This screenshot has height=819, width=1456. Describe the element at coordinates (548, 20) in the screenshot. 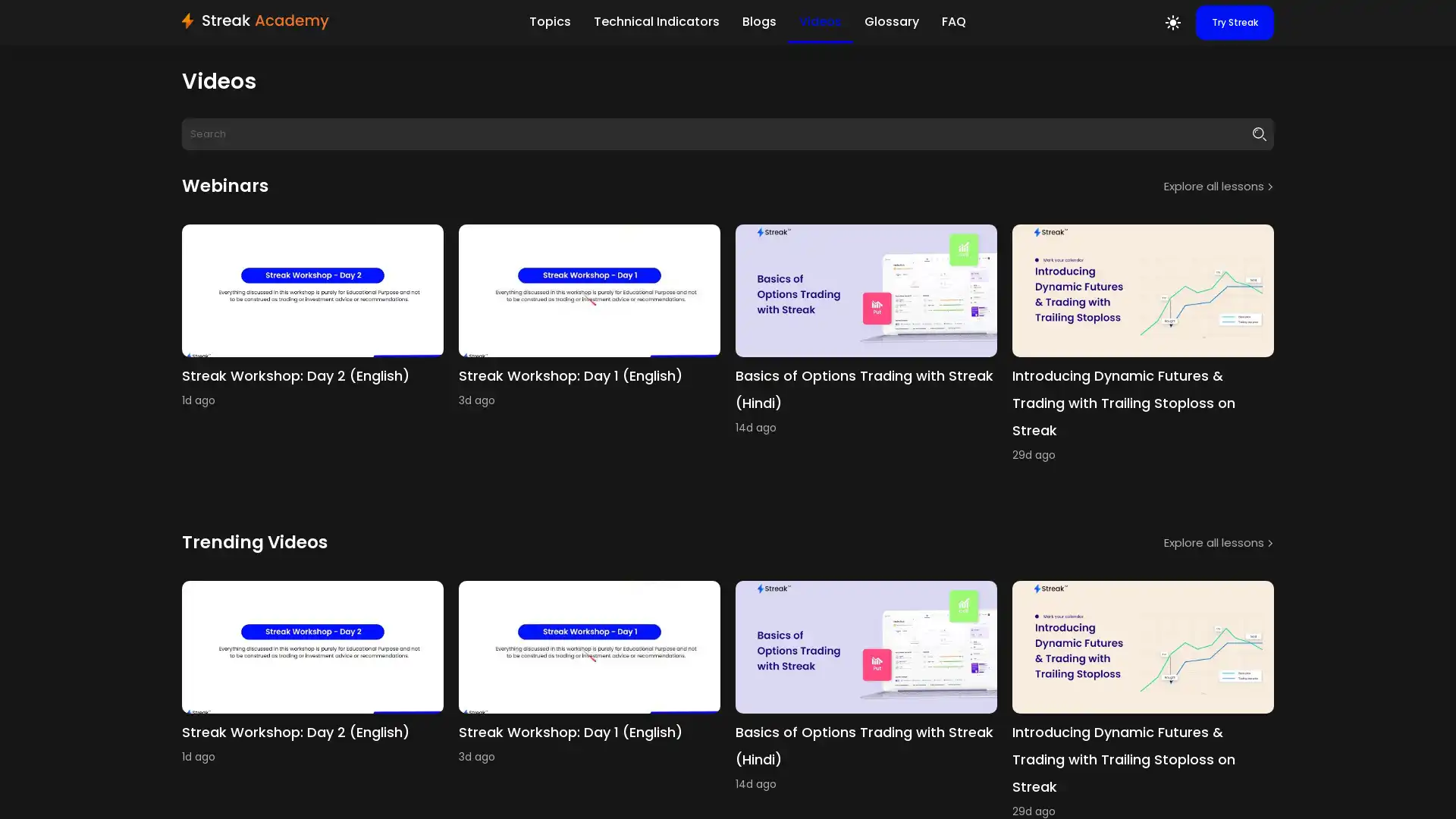

I see `Topics` at that location.